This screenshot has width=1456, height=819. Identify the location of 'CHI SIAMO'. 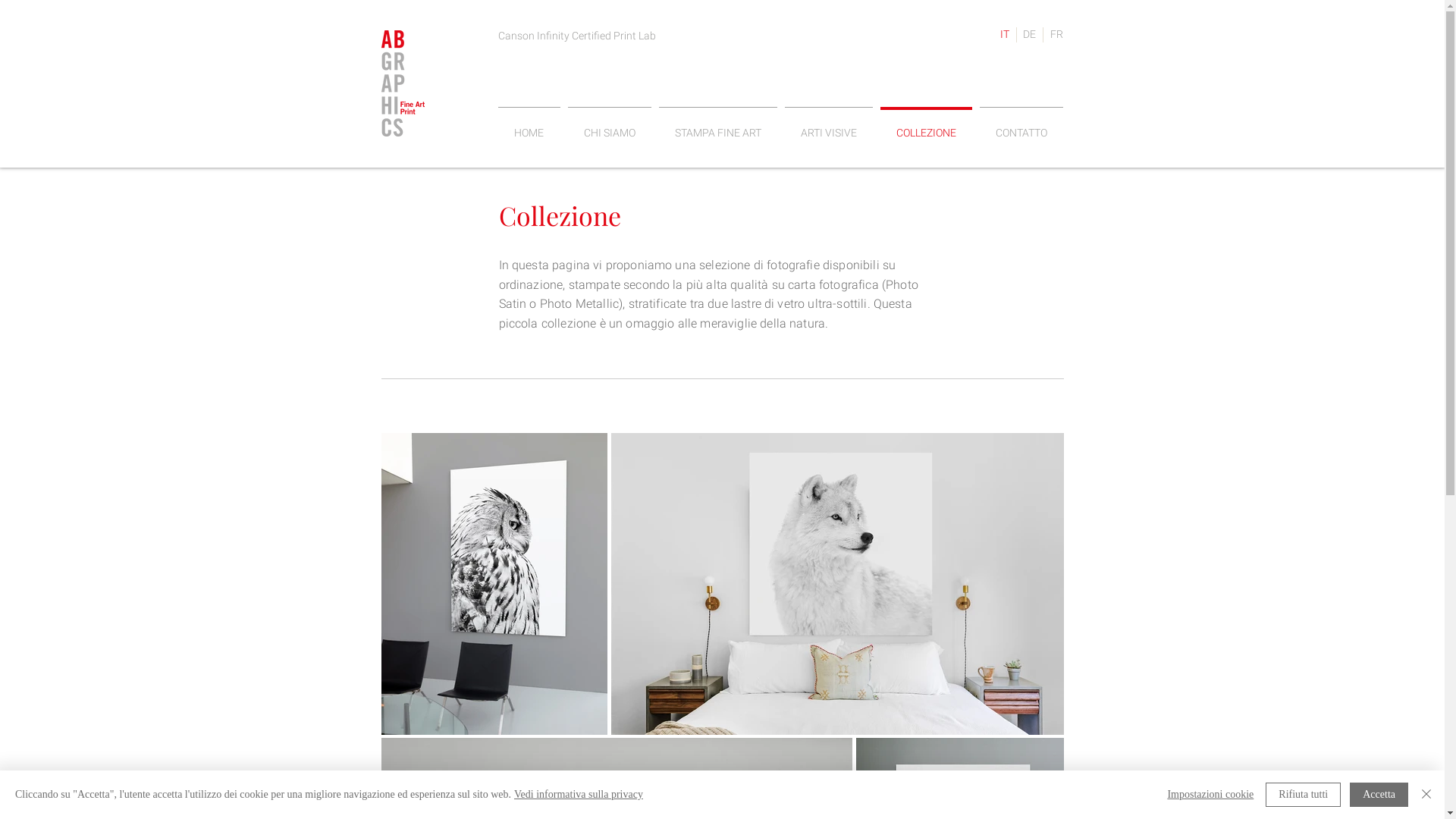
(563, 124).